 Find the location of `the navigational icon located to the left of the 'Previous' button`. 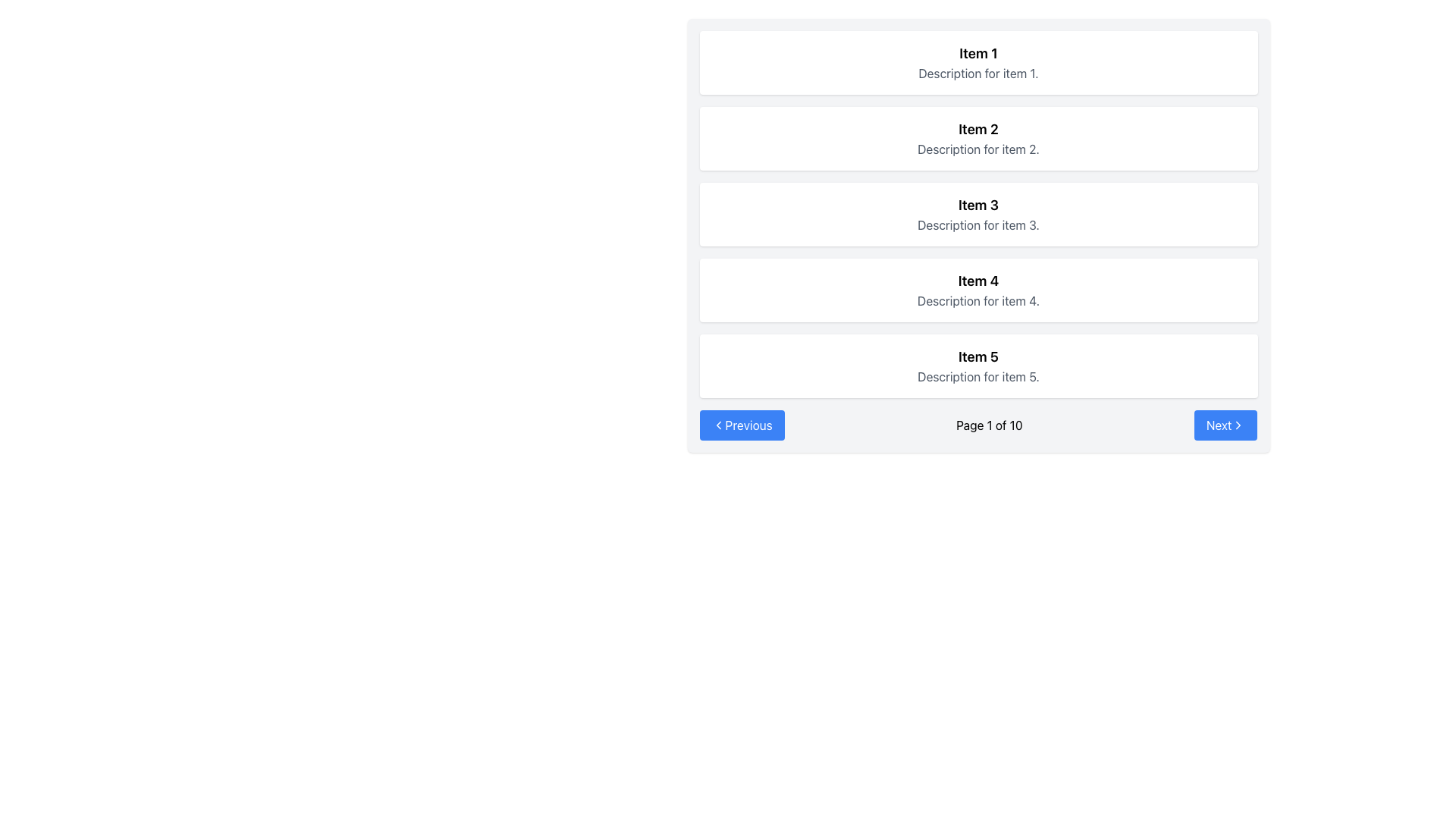

the navigational icon located to the left of the 'Previous' button is located at coordinates (717, 425).